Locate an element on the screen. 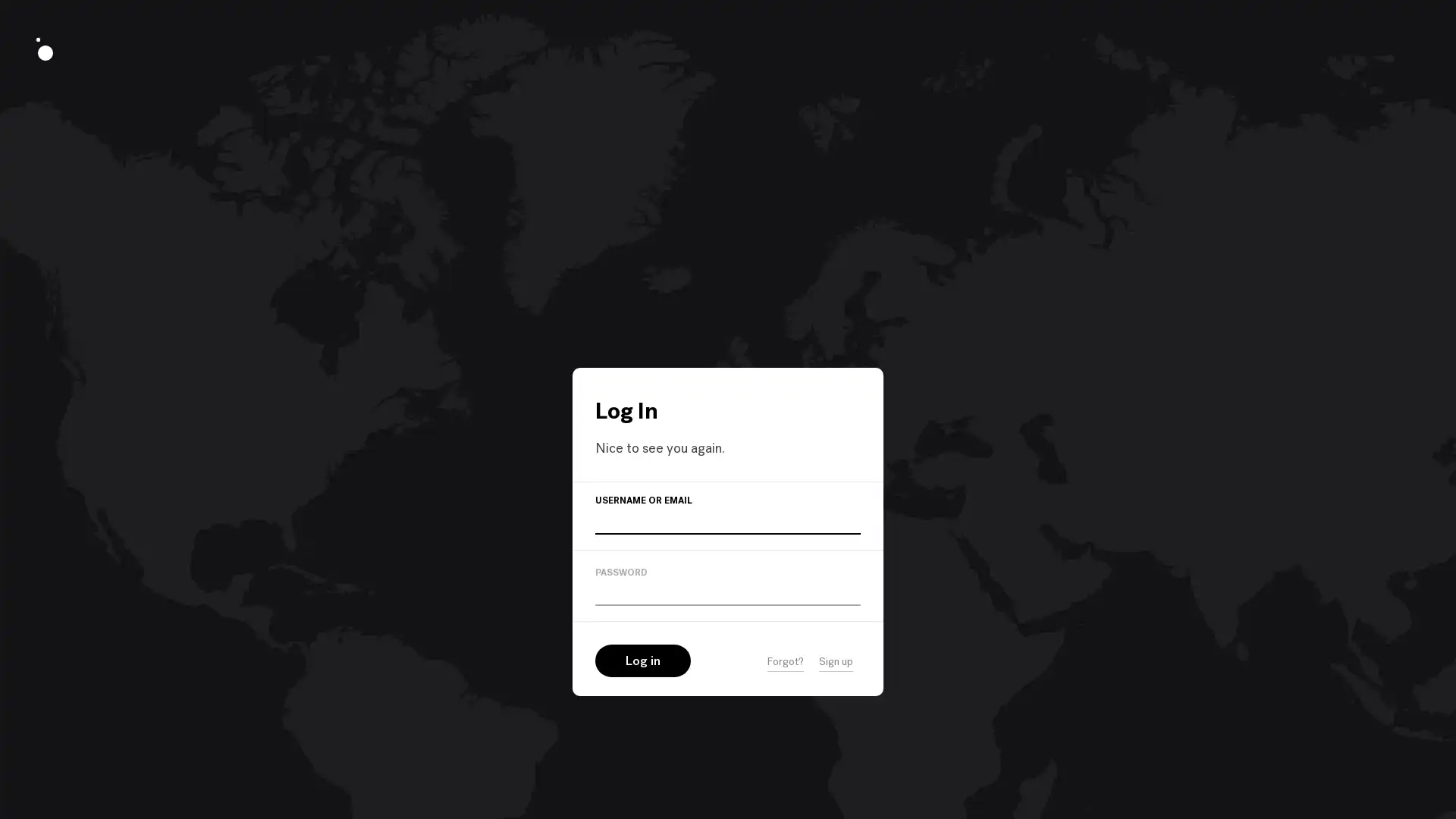  Log in is located at coordinates (643, 660).